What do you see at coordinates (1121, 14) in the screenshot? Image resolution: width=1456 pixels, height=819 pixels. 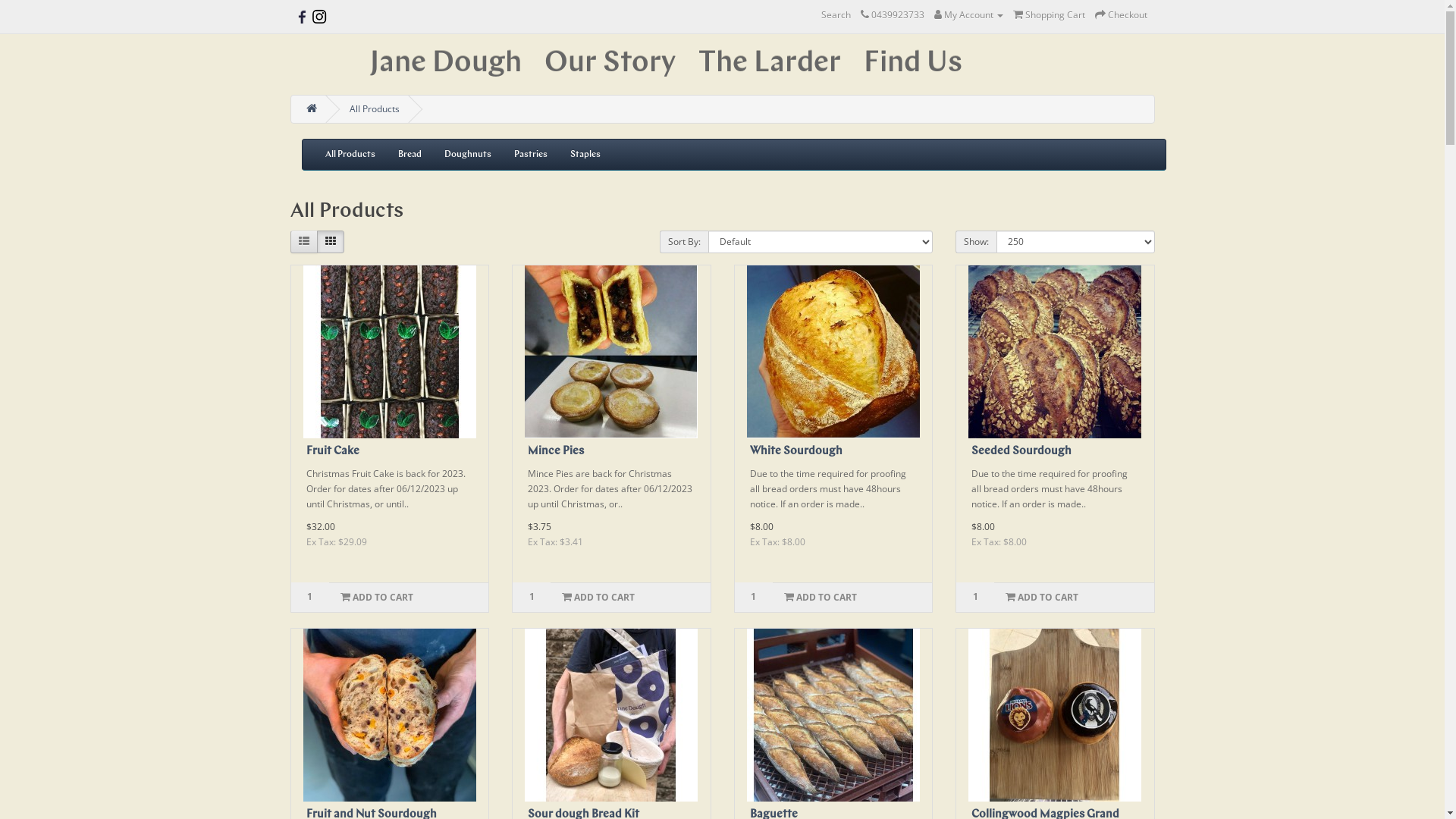 I see `'Checkout'` at bounding box center [1121, 14].